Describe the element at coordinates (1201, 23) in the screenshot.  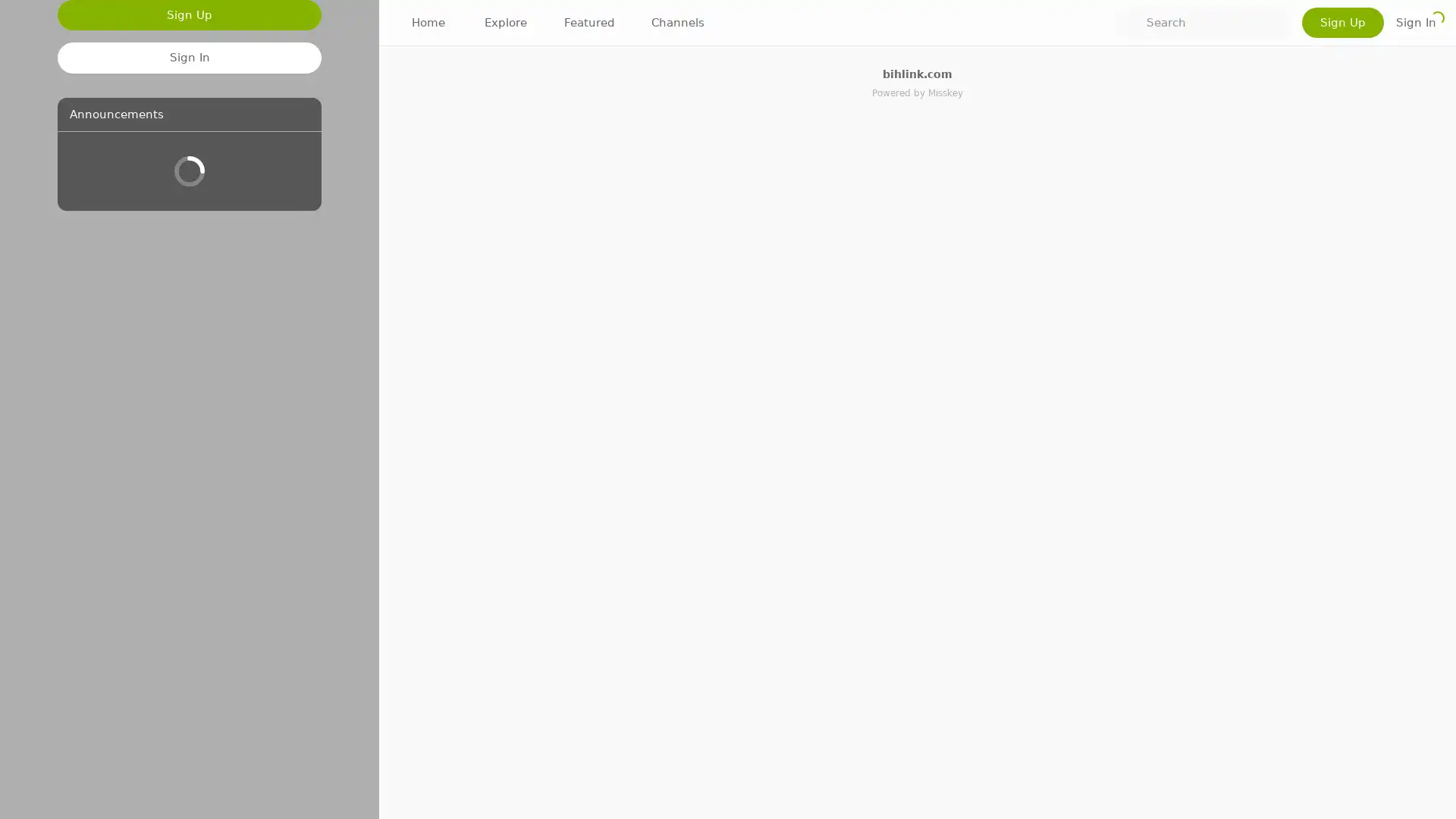
I see `Search` at that location.